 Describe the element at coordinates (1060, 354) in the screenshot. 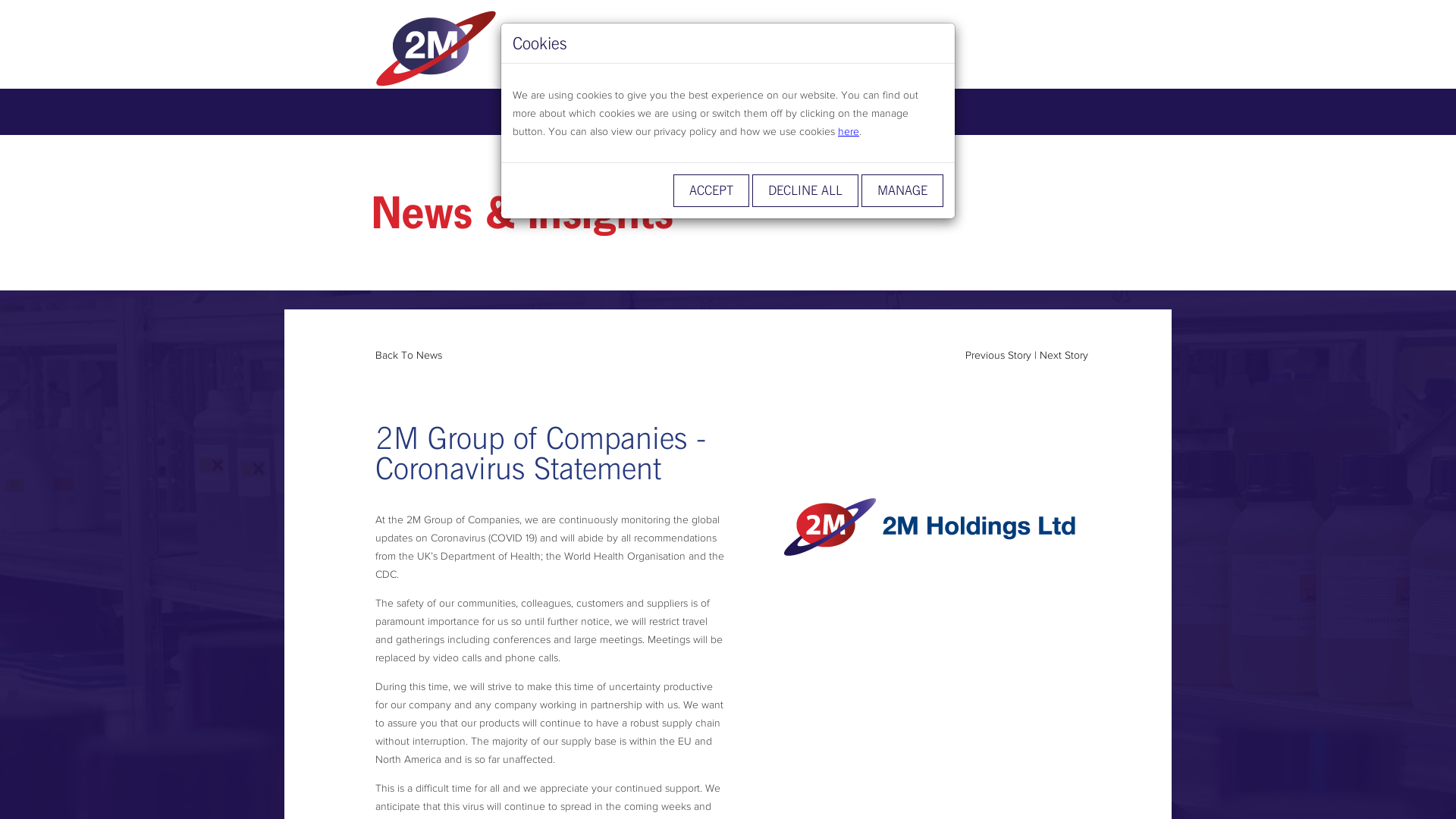

I see `'| Next Story'` at that location.